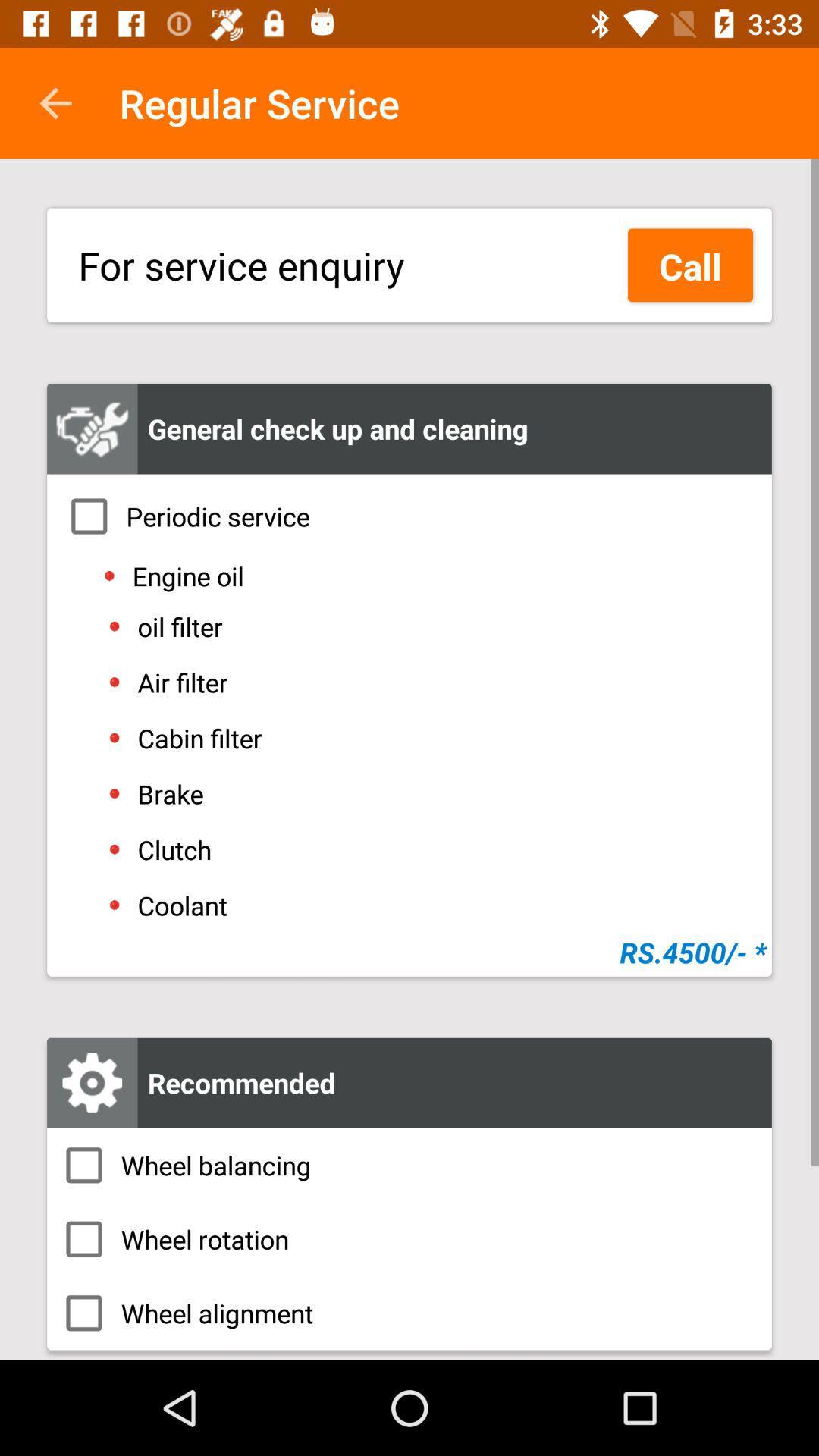  Describe the element at coordinates (409, 1164) in the screenshot. I see `the wheel balancing icon` at that location.